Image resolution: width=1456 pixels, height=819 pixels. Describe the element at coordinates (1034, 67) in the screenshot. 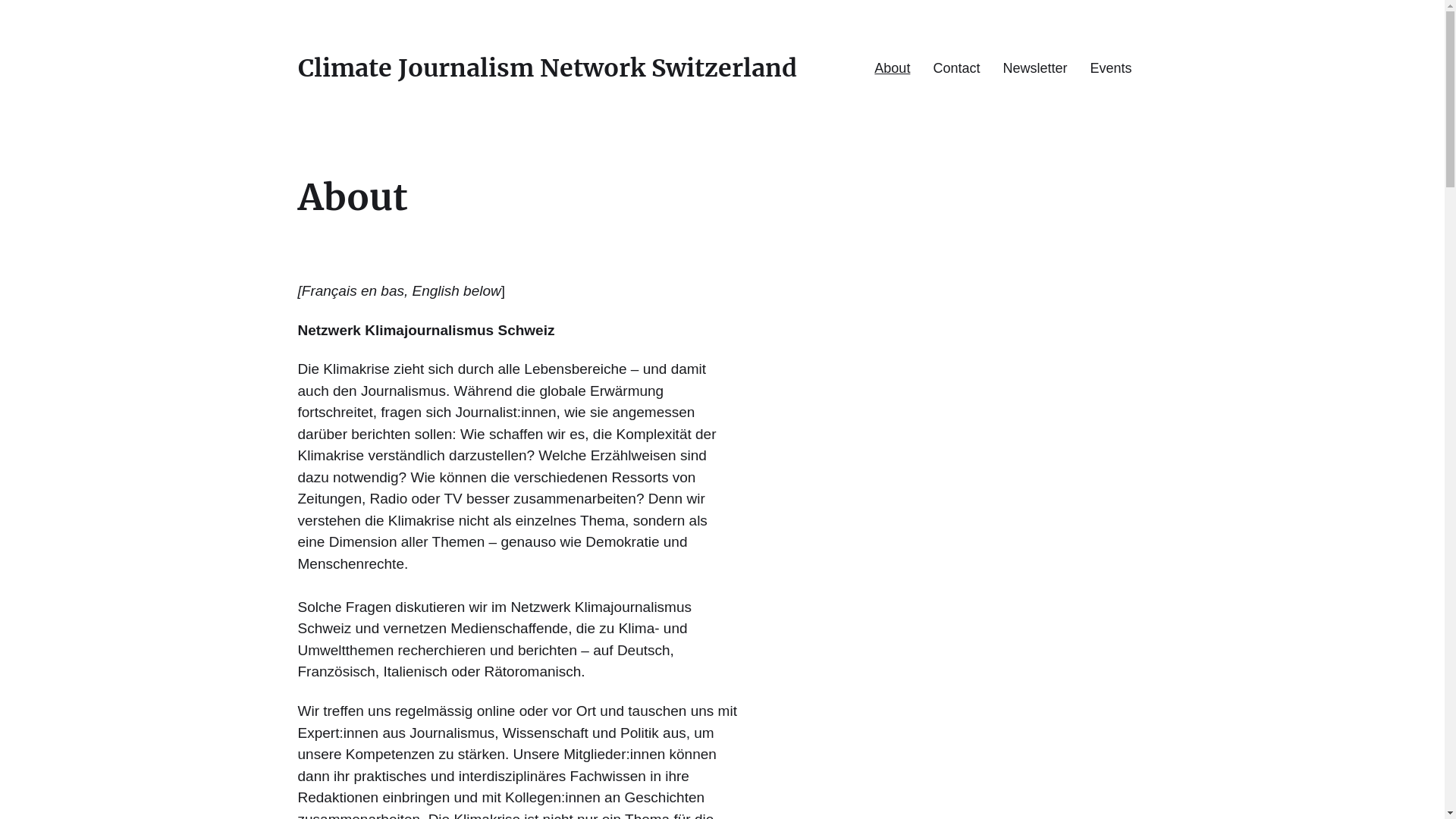

I see `'Newsletter'` at that location.